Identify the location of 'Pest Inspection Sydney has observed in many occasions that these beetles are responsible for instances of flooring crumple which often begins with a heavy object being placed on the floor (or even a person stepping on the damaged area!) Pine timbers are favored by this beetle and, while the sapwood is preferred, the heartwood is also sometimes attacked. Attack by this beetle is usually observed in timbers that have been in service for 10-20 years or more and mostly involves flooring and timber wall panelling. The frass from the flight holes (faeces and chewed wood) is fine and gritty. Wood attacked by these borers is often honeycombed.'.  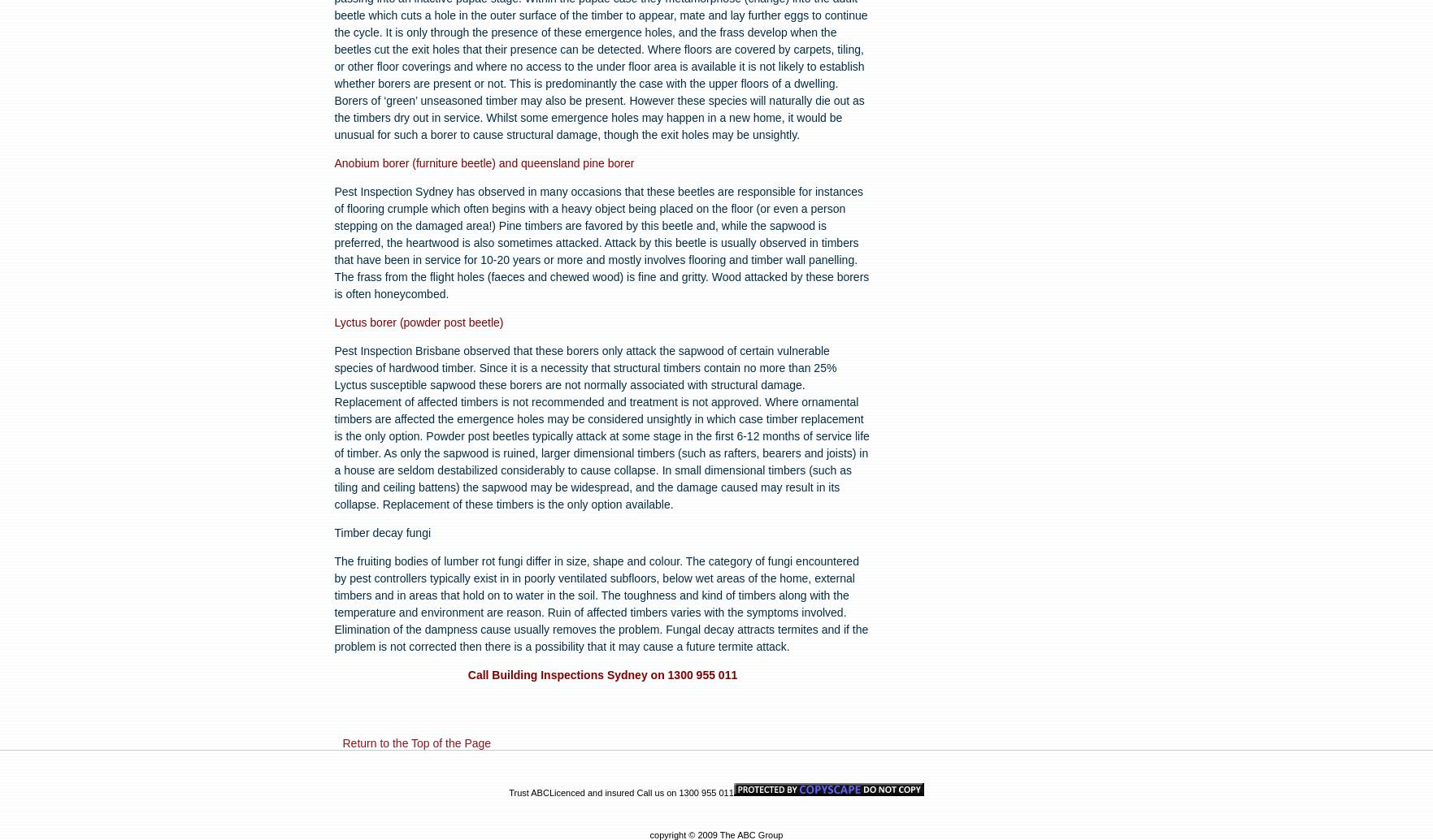
(601, 242).